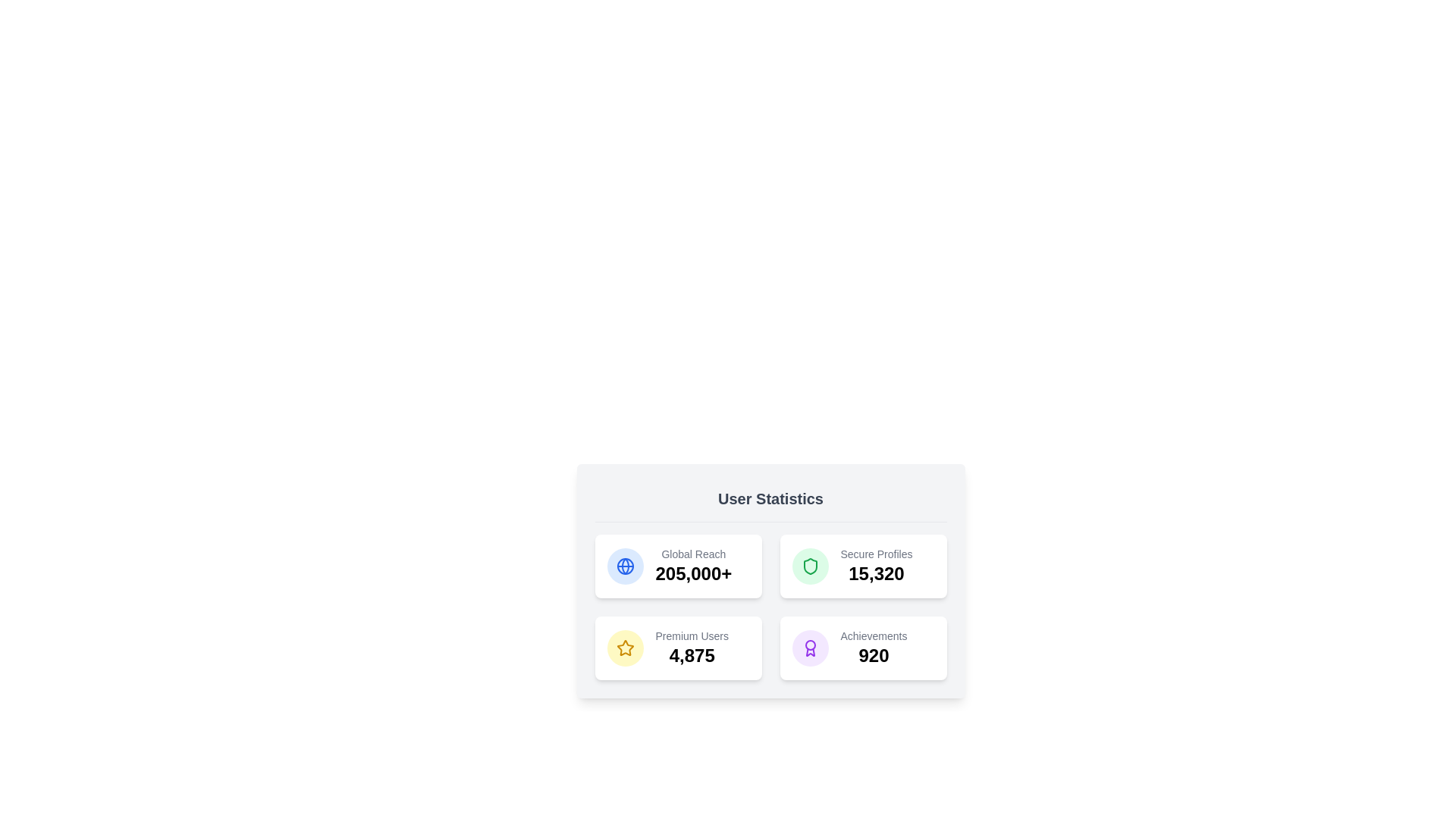 The width and height of the screenshot is (1456, 819). I want to click on the circular green icon with a shield inside, located in the top-right quadrant of the 'Secure Profiles 15,320' card, to the left of the text content, so click(809, 566).